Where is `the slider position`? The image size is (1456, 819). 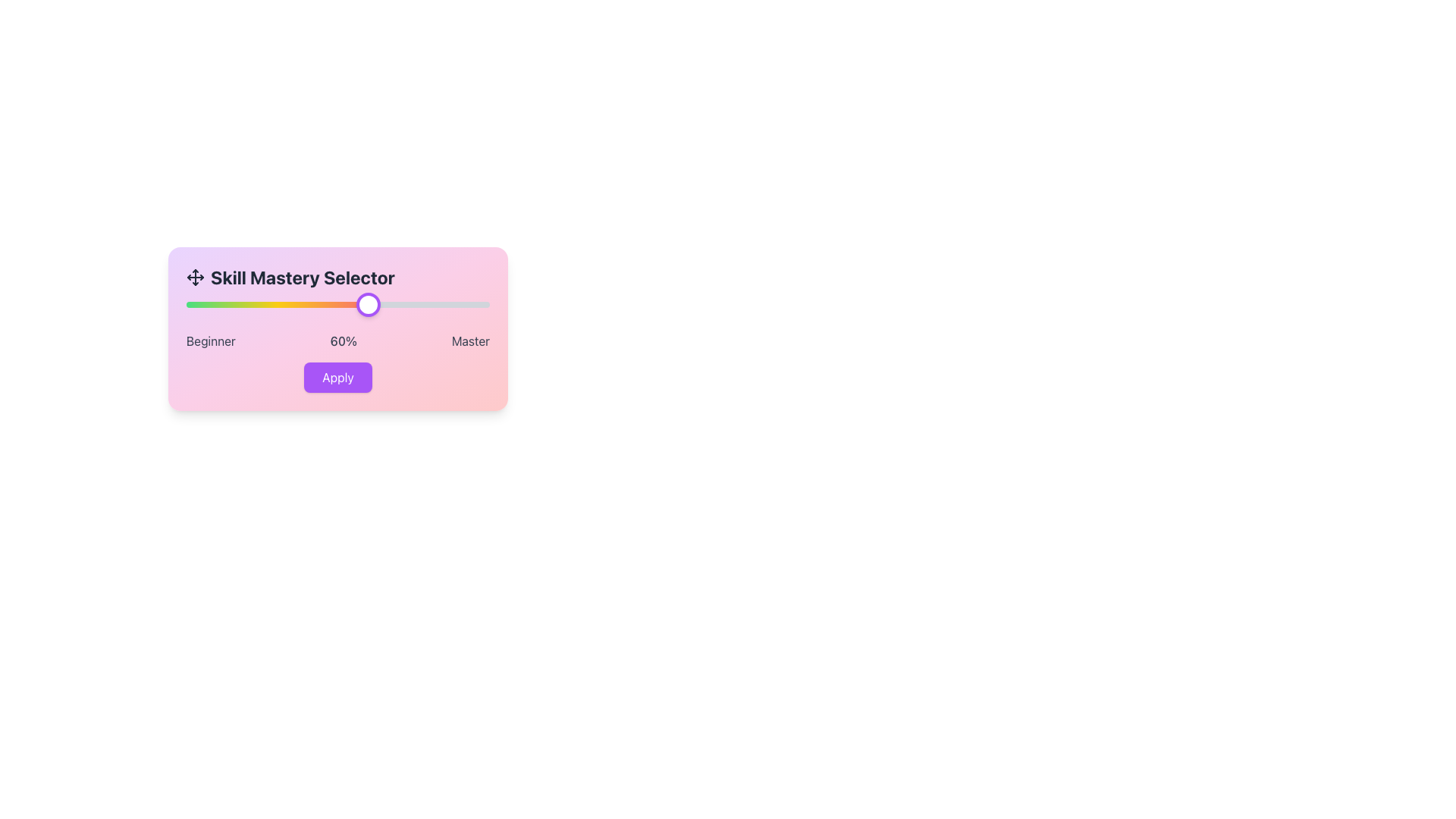
the slider position is located at coordinates (444, 304).